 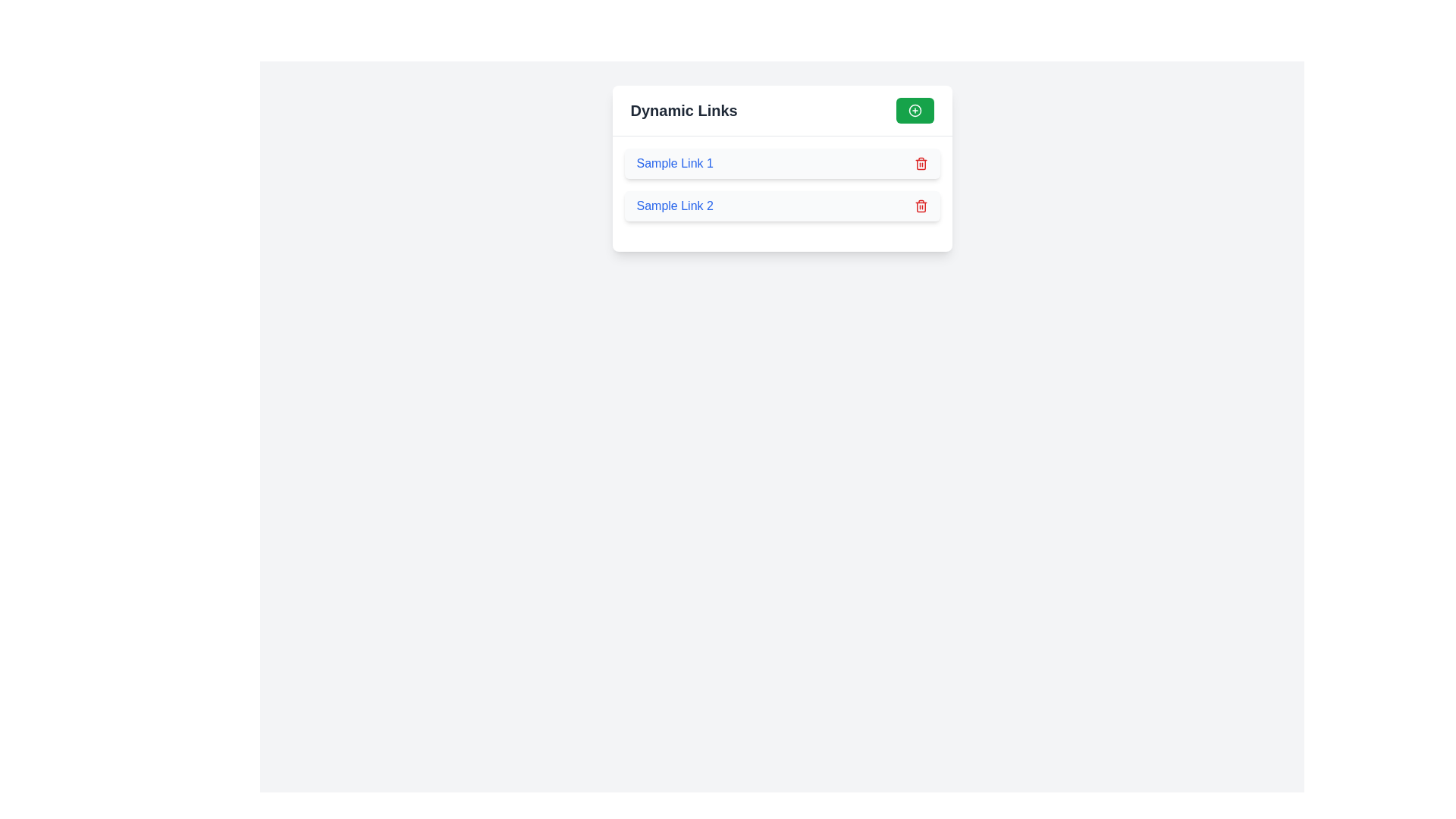 I want to click on the hyperlink labeled 'Sample Link 1' within the composite UI component to underline it, so click(x=782, y=164).